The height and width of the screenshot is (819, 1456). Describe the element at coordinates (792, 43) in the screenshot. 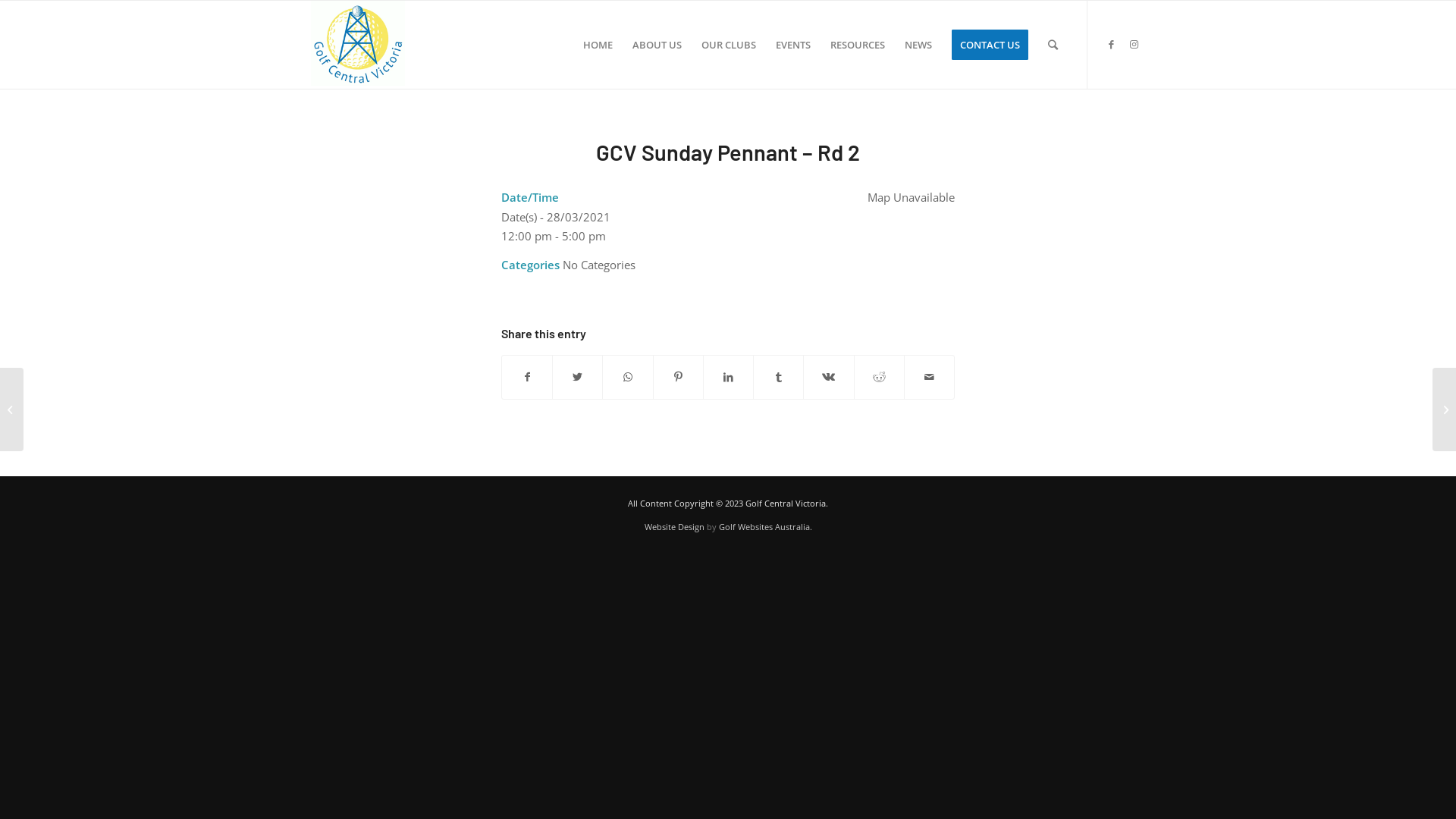

I see `'EVENTS'` at that location.